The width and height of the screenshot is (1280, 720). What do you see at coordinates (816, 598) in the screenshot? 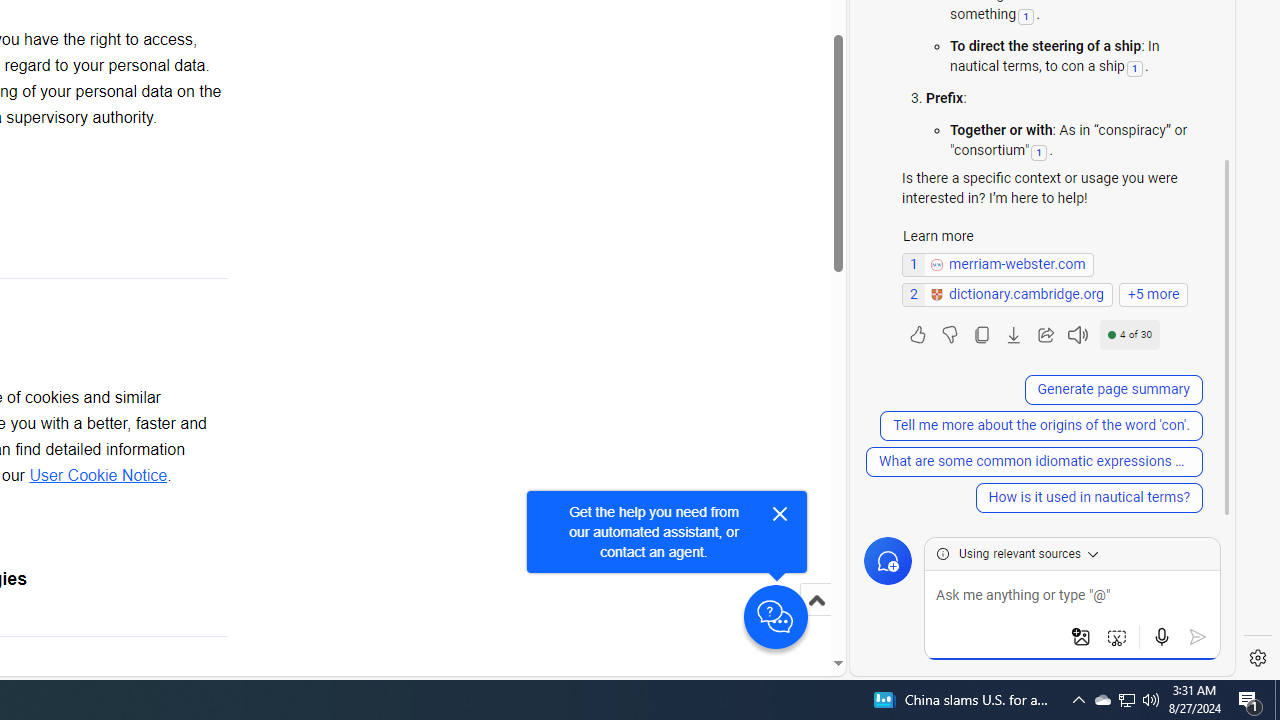
I see `'Scroll to top'` at bounding box center [816, 598].